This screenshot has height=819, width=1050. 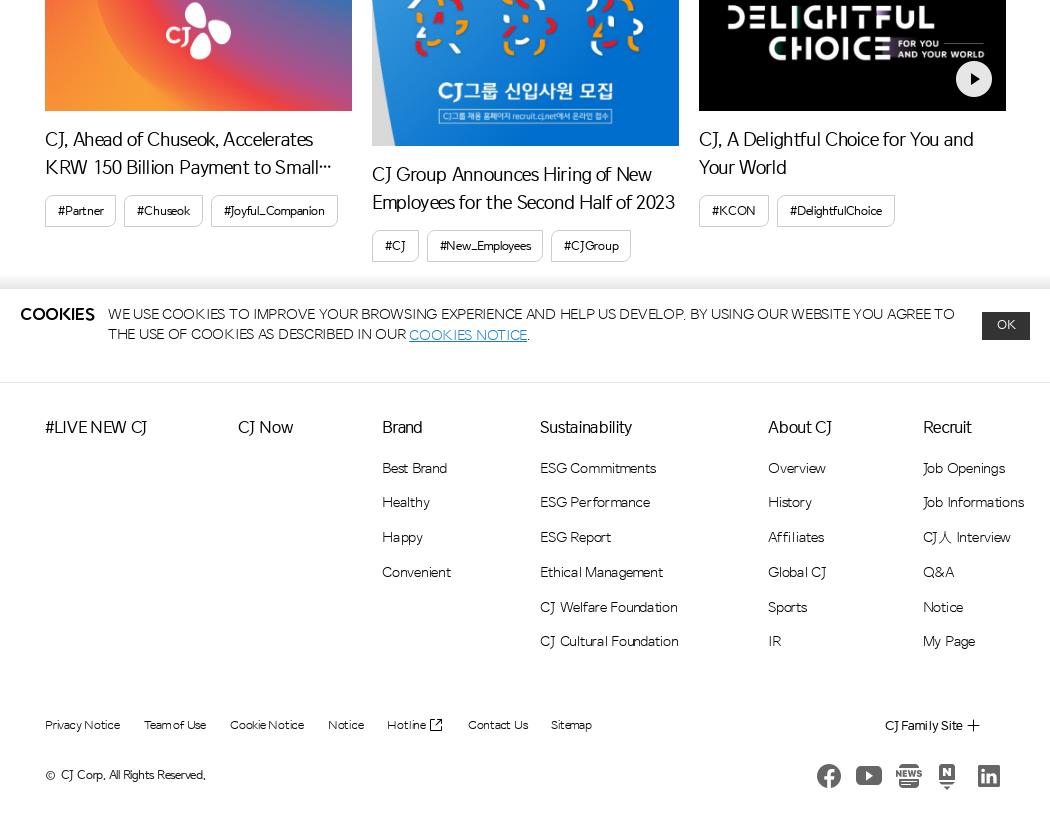 I want to click on 'Sports', so click(x=786, y=605).